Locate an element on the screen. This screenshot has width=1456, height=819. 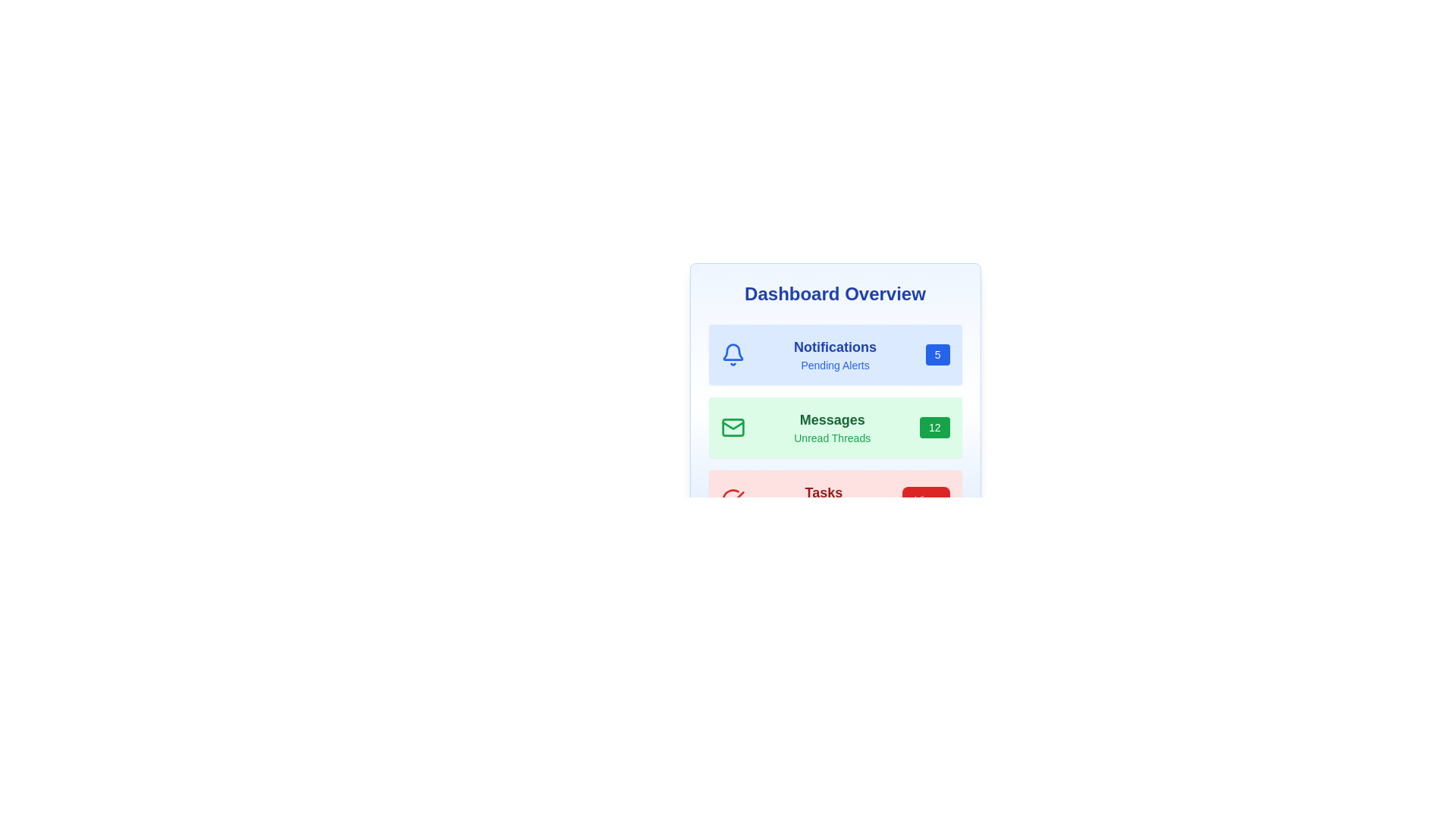
the Notification card, which is the first card in the stack of notification cards located below the 'Dashboard Overview' header is located at coordinates (834, 354).